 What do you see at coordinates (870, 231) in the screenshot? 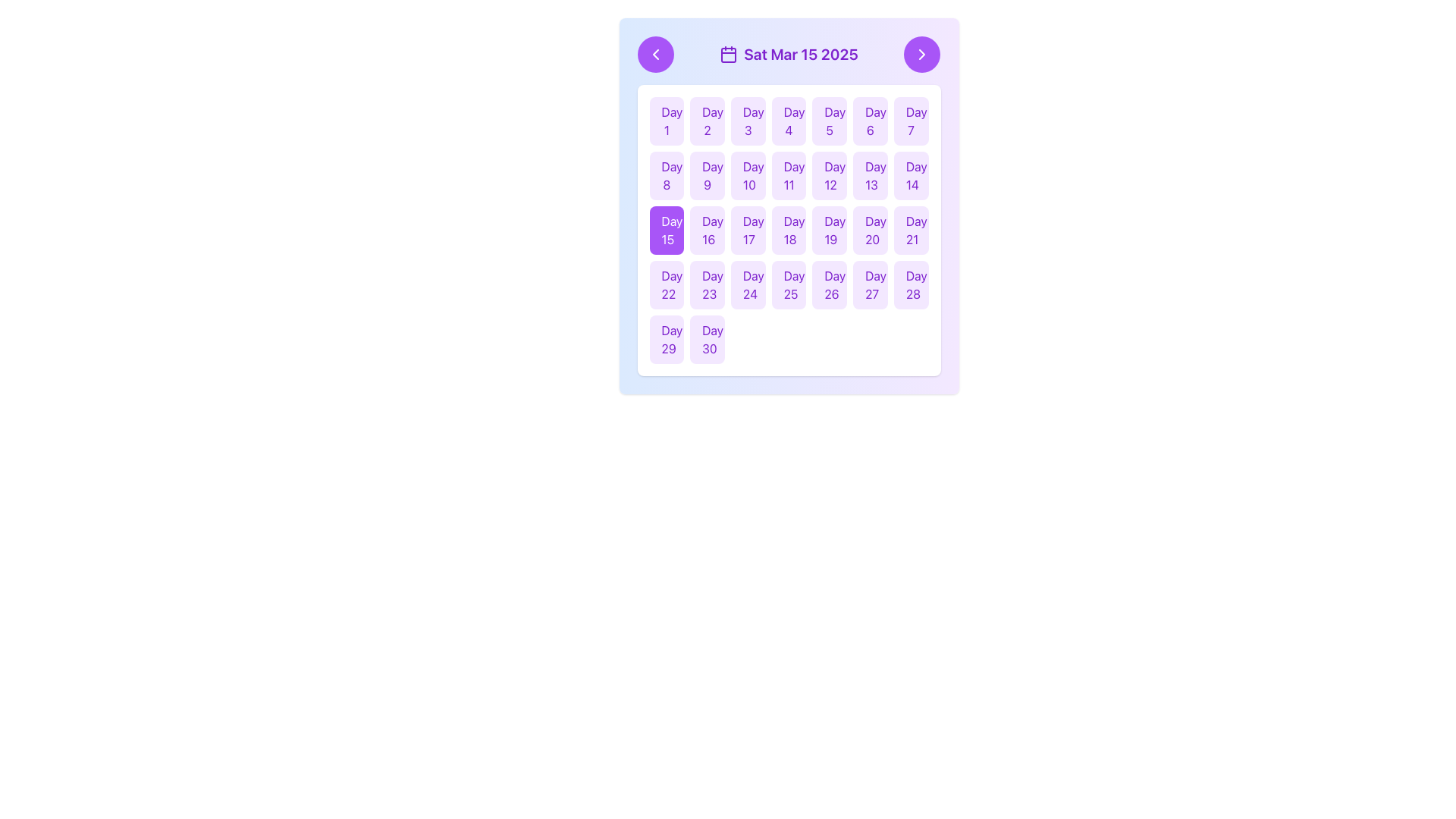
I see `the 'Day 20' button with a light purple background and purple text` at bounding box center [870, 231].